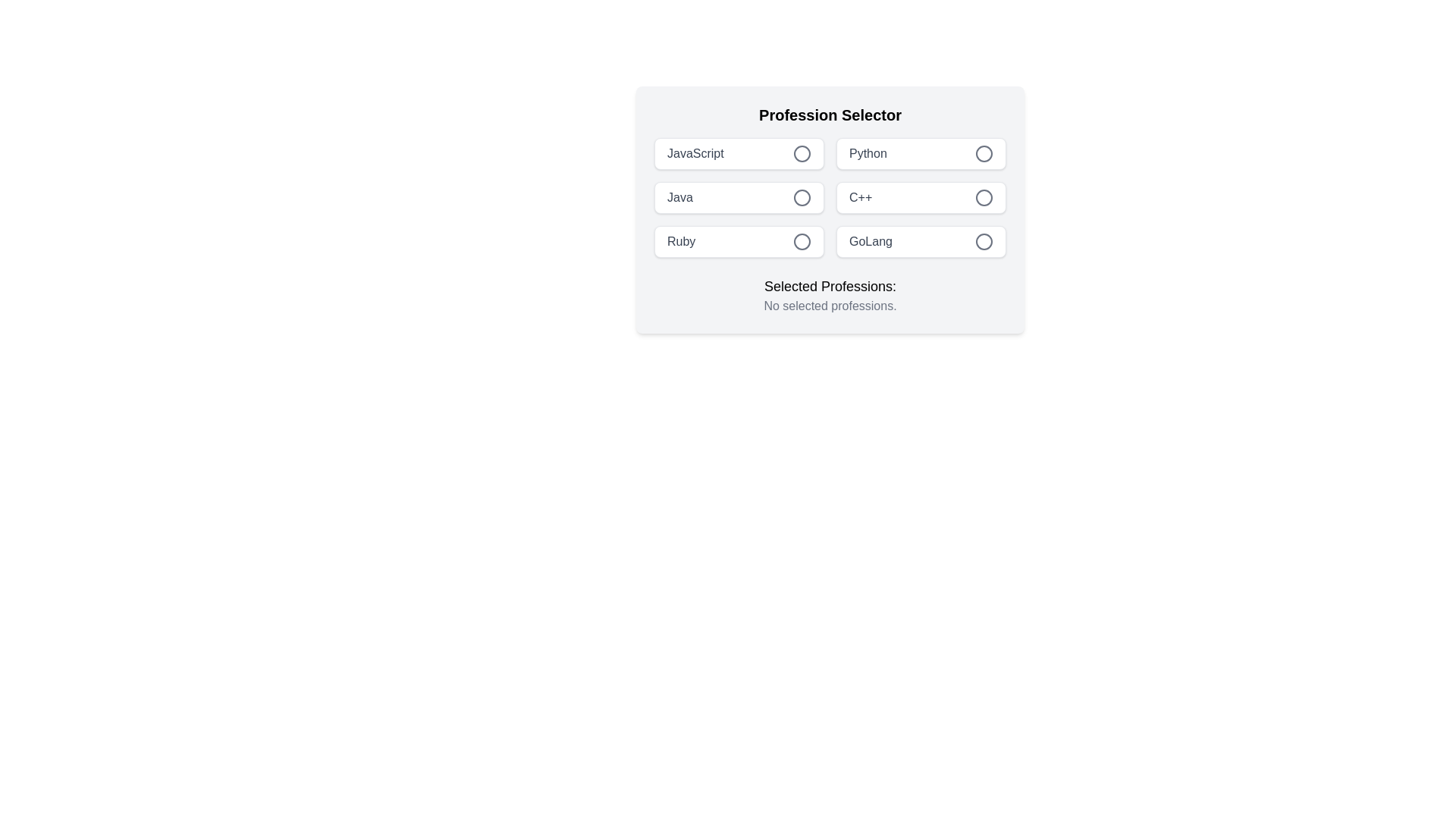  Describe the element at coordinates (984, 197) in the screenshot. I see `the interactive circular selection indicator for the 'C++' option` at that location.